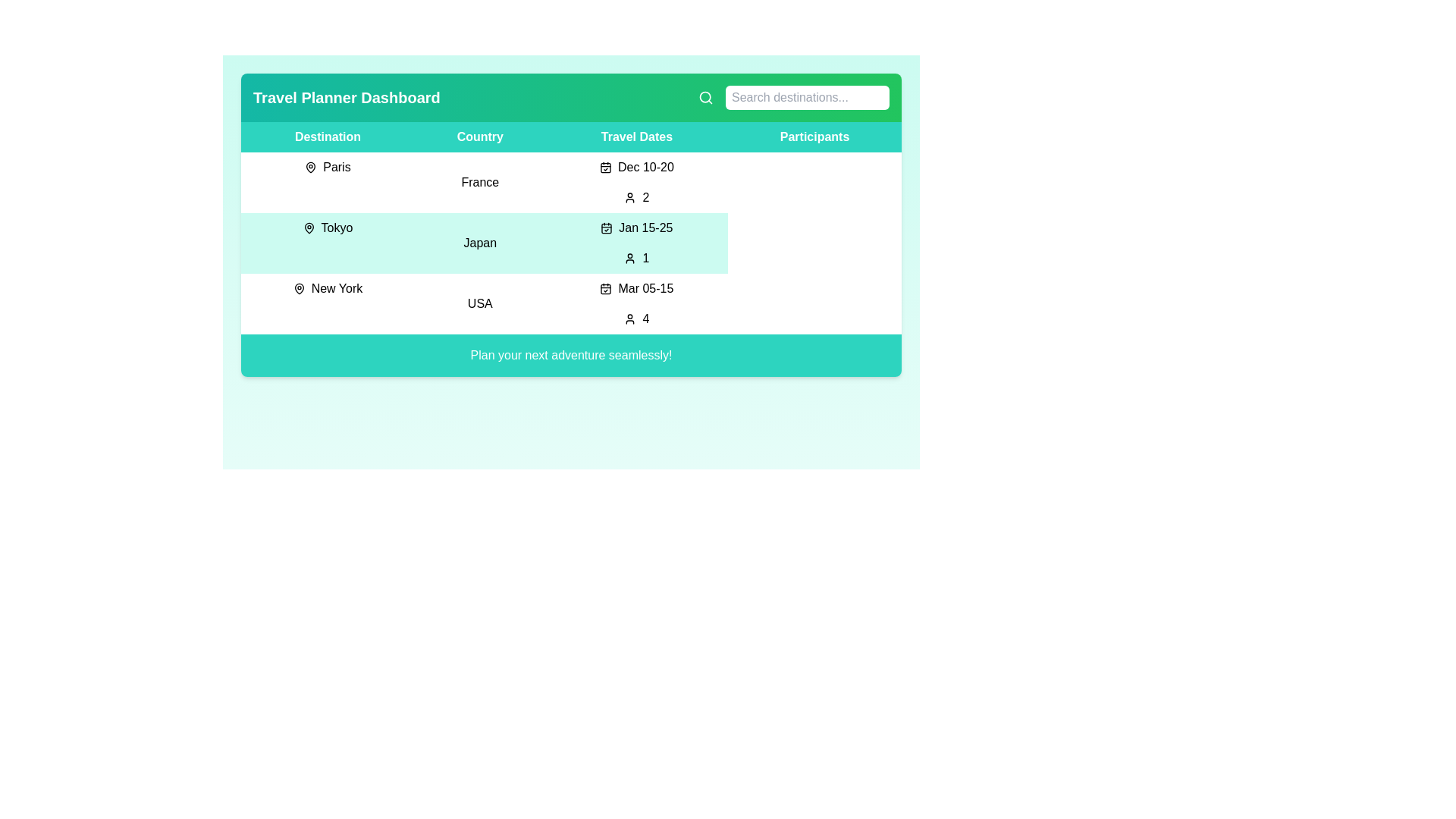  Describe the element at coordinates (570, 181) in the screenshot. I see `the first row of the travel entry table, which contains information about the destination, country, travel dates, and participants` at that location.